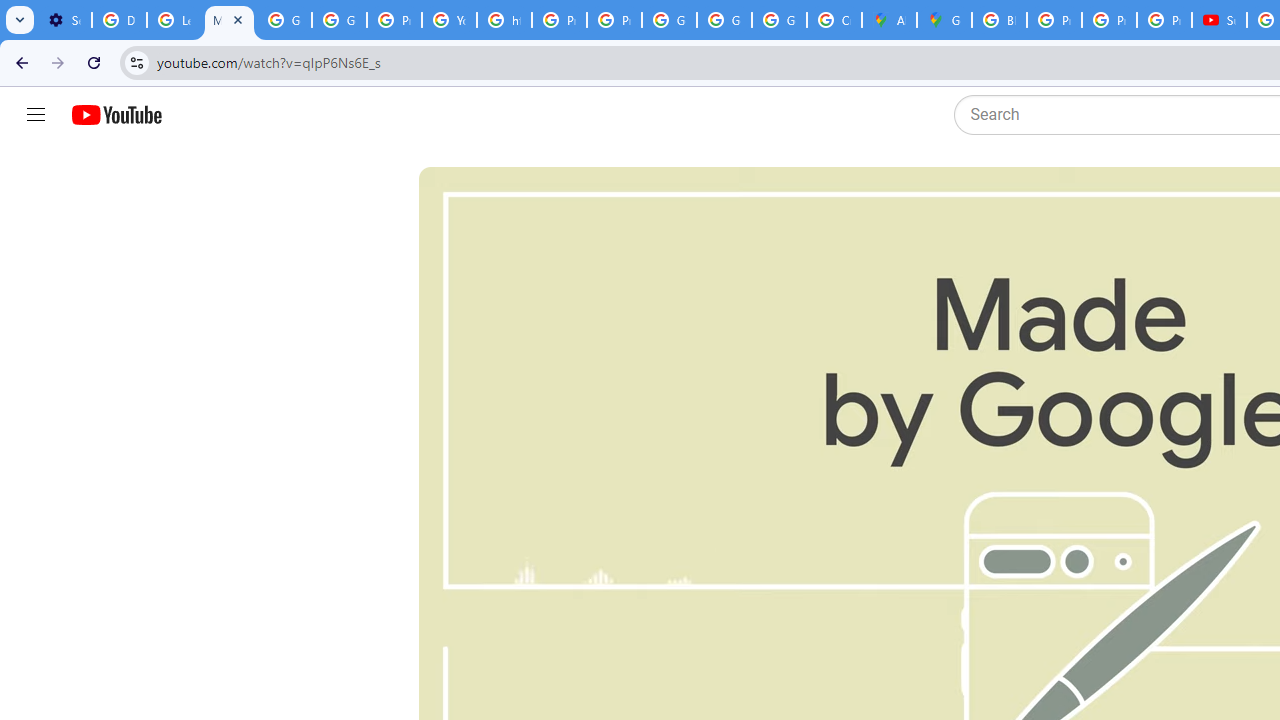 The height and width of the screenshot is (720, 1280). Describe the element at coordinates (115, 115) in the screenshot. I see `'YouTube Home'` at that location.